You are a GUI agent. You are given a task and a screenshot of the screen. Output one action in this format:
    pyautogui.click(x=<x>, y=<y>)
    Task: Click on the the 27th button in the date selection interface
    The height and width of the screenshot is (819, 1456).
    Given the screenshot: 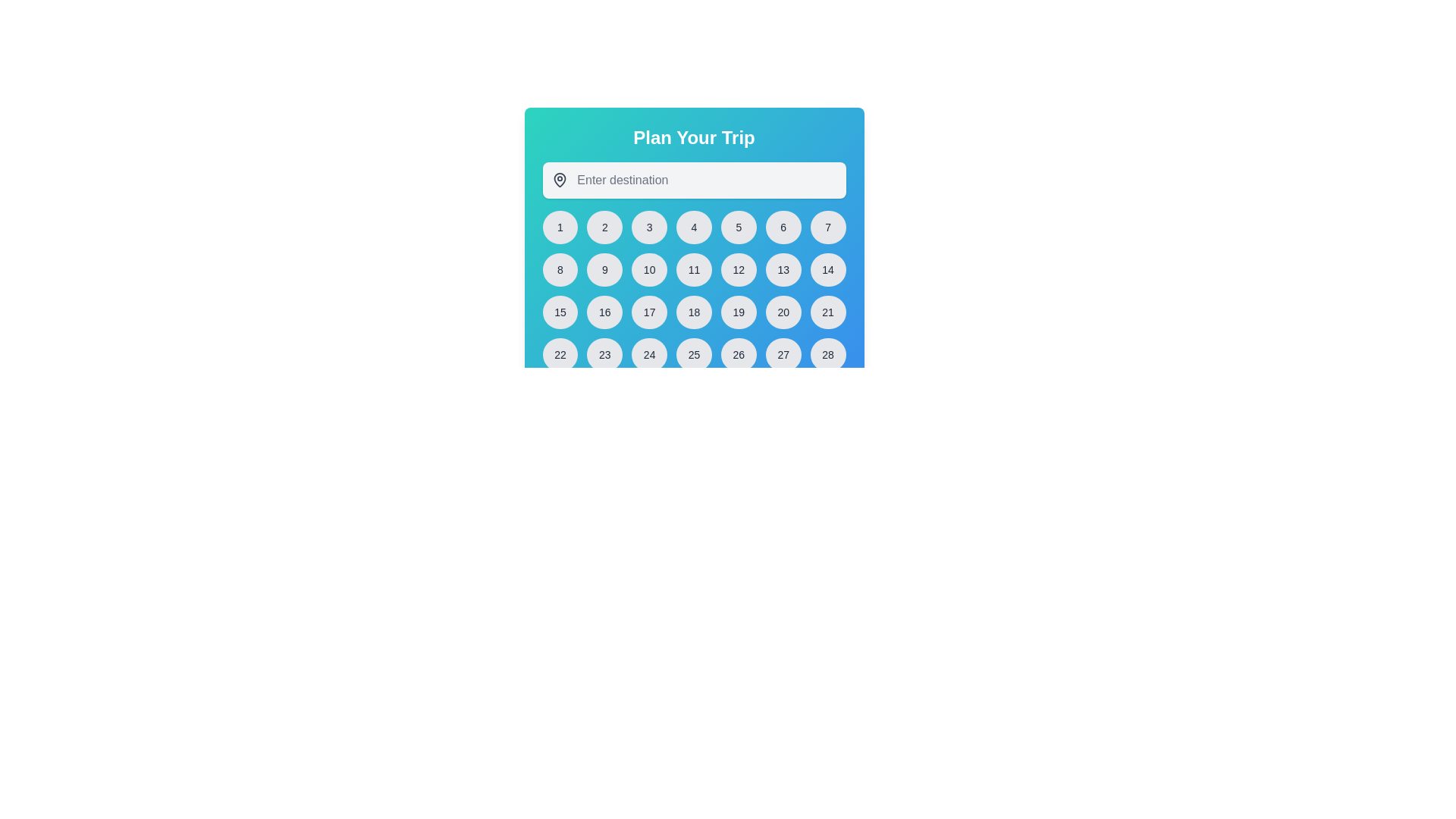 What is the action you would take?
    pyautogui.click(x=783, y=354)
    